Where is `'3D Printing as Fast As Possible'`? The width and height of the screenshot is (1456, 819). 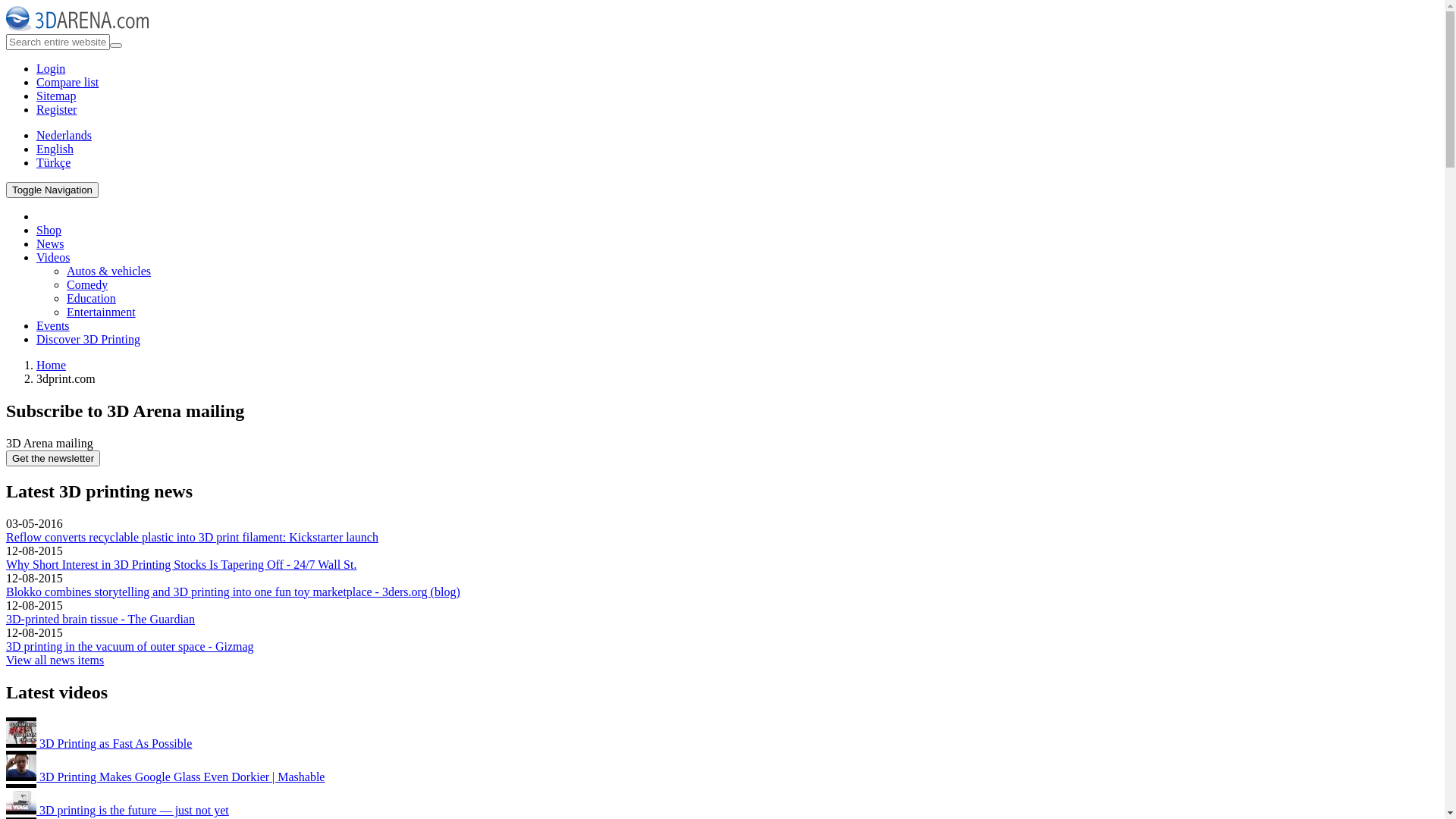
'3D Printing as Fast As Possible' is located at coordinates (6, 742).